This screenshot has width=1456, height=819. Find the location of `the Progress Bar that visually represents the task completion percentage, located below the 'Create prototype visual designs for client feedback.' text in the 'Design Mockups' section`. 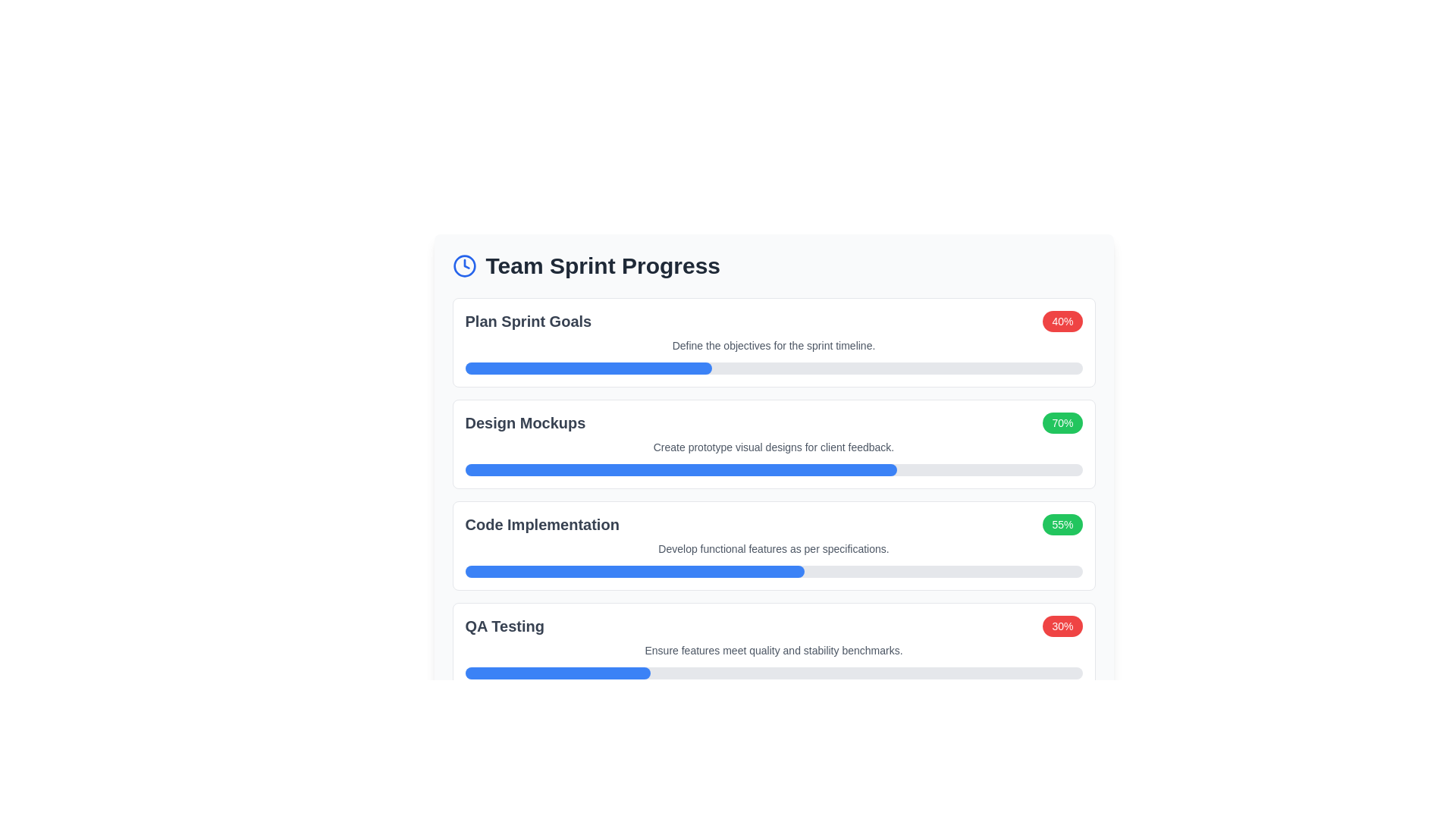

the Progress Bar that visually represents the task completion percentage, located below the 'Create prototype visual designs for client feedback.' text in the 'Design Mockups' section is located at coordinates (773, 469).